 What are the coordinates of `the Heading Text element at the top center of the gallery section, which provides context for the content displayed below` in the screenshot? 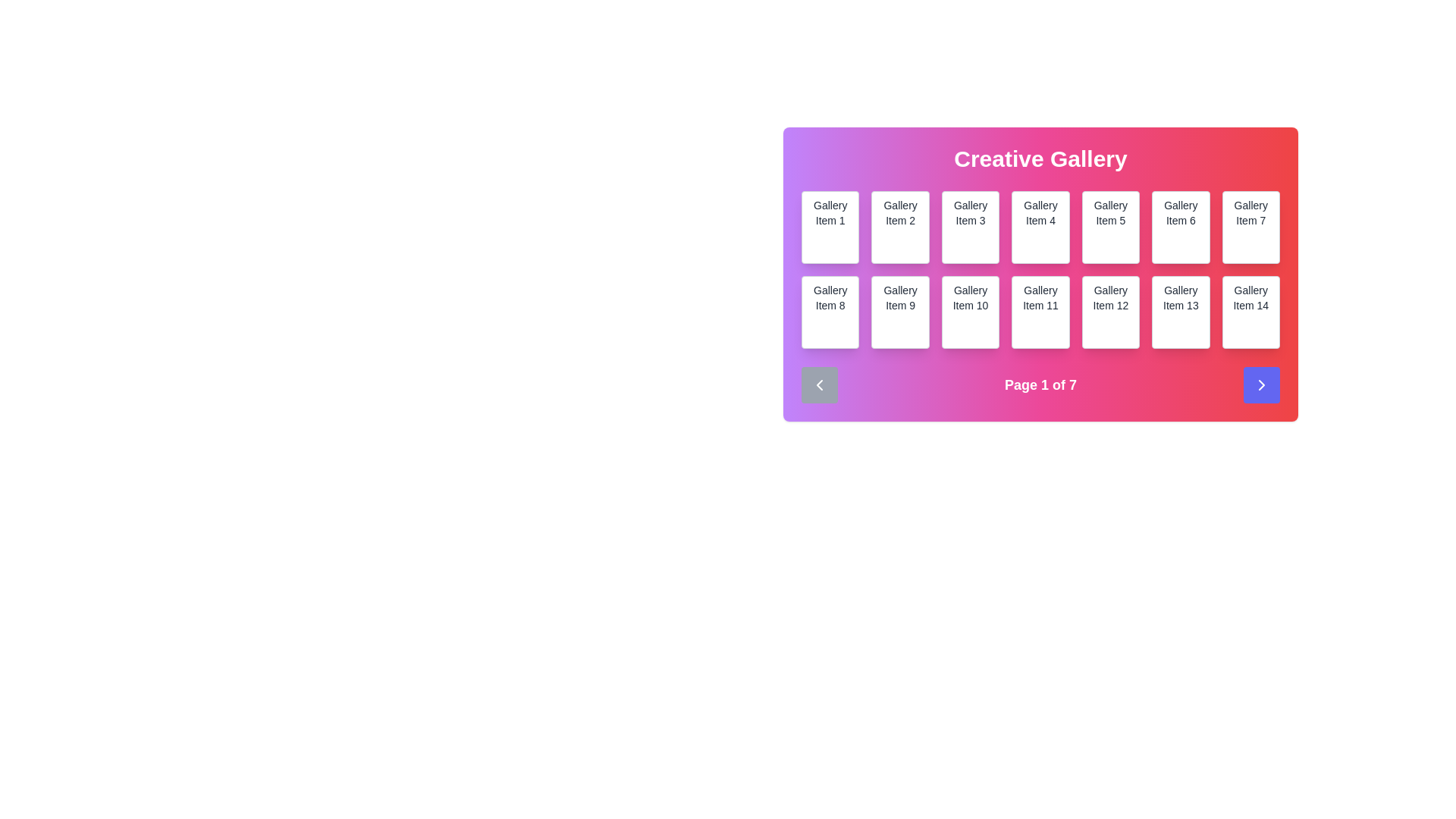 It's located at (1040, 158).